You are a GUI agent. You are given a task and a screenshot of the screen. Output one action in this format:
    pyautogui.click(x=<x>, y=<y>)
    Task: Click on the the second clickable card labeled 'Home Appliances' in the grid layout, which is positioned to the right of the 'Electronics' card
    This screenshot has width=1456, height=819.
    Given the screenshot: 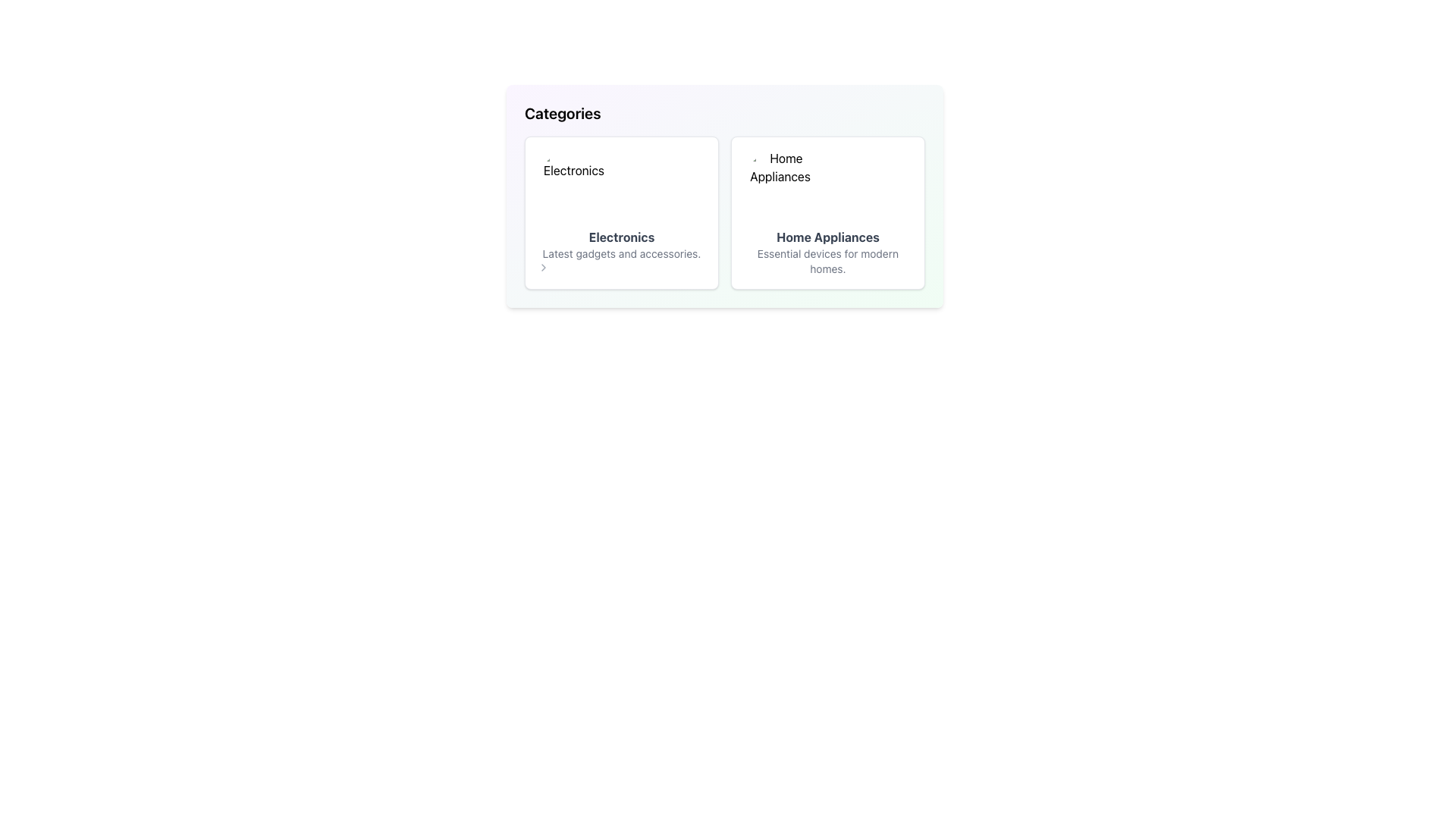 What is the action you would take?
    pyautogui.click(x=827, y=213)
    